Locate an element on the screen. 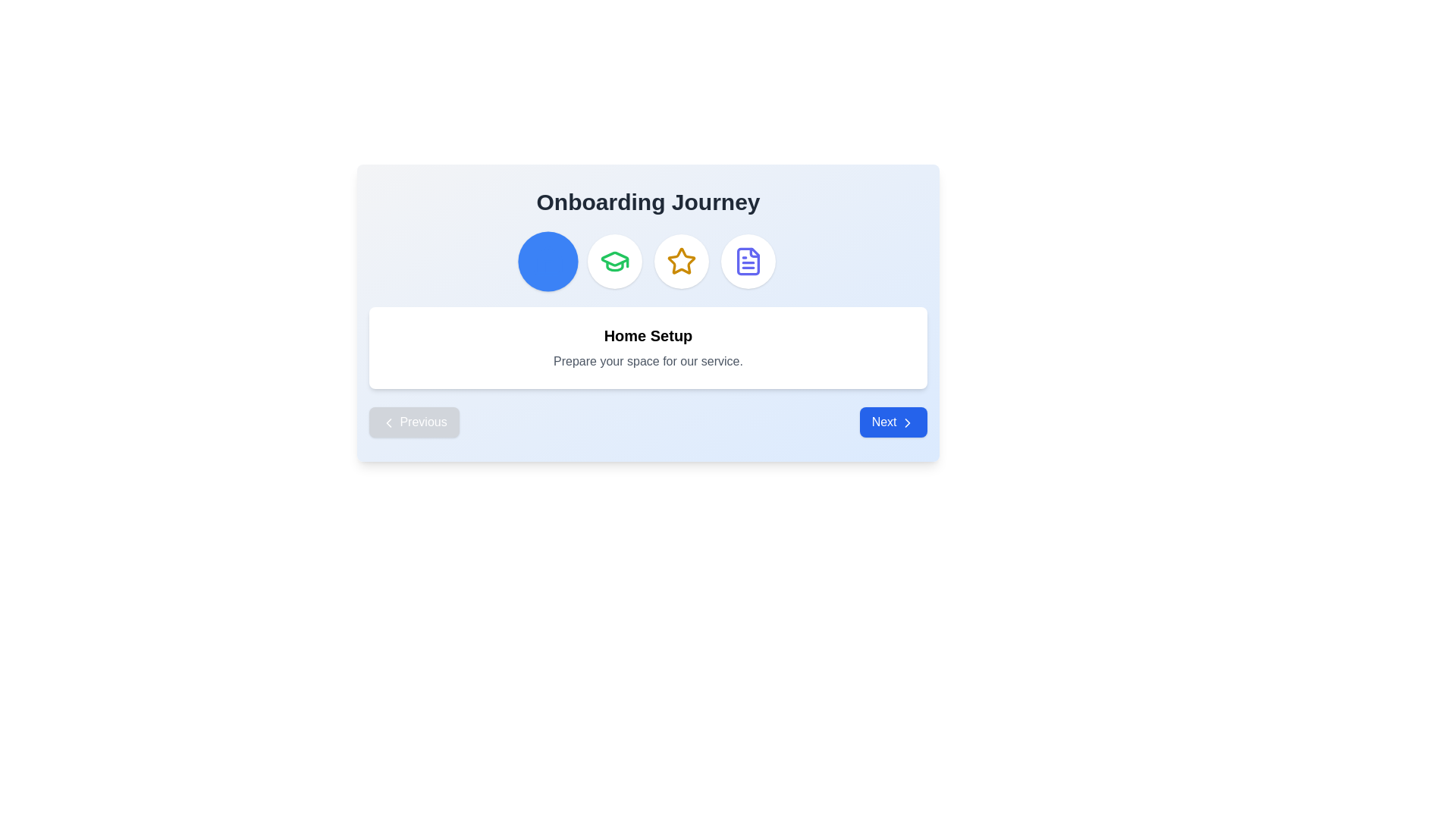 The width and height of the screenshot is (1456, 819). the fourth circular button icon in the Onboarding Journey section, which represents an option related to documents or files, located to the right of the star icon is located at coordinates (748, 260).